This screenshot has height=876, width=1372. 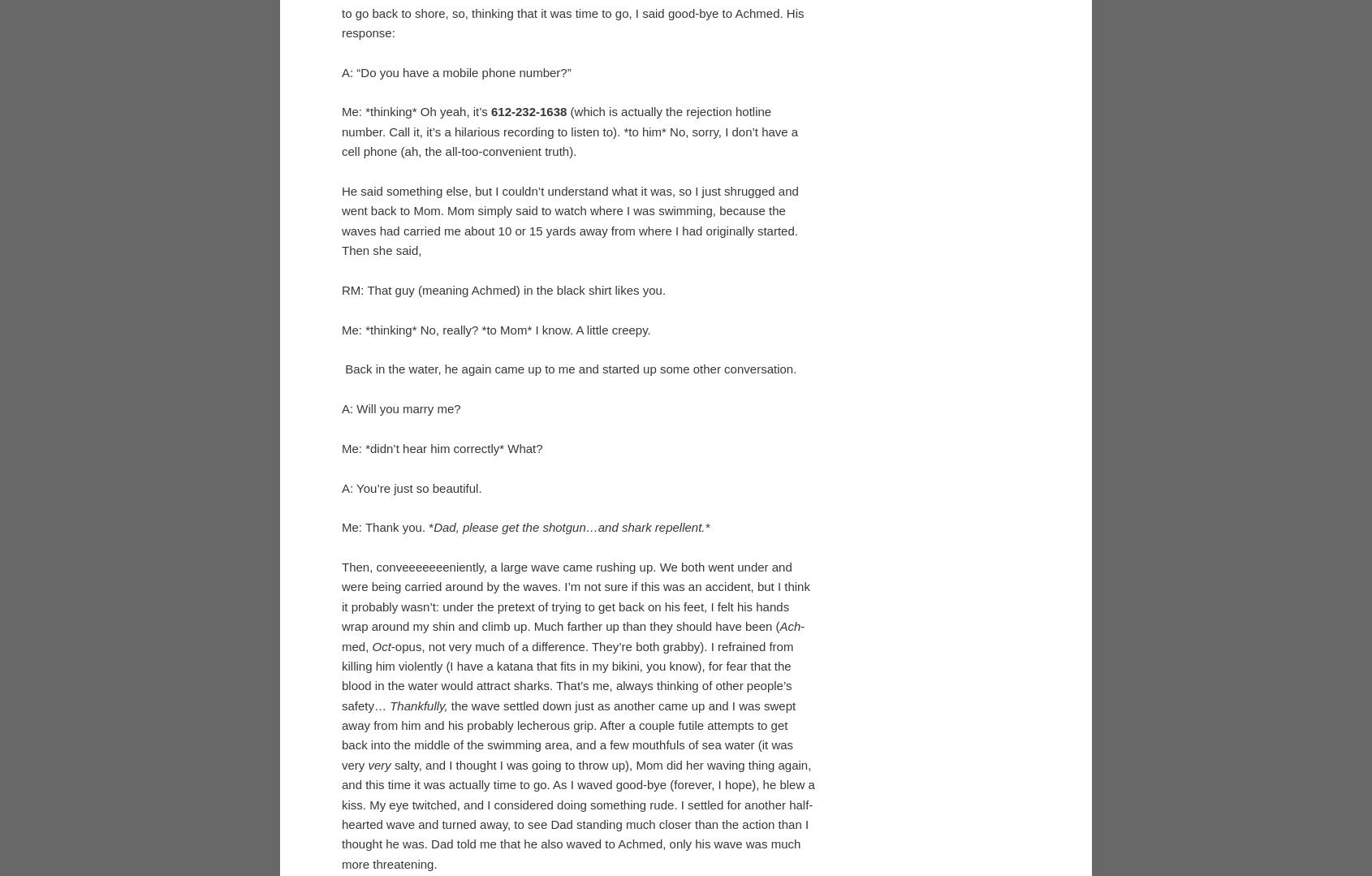 I want to click on '?', so click(x=422, y=159).